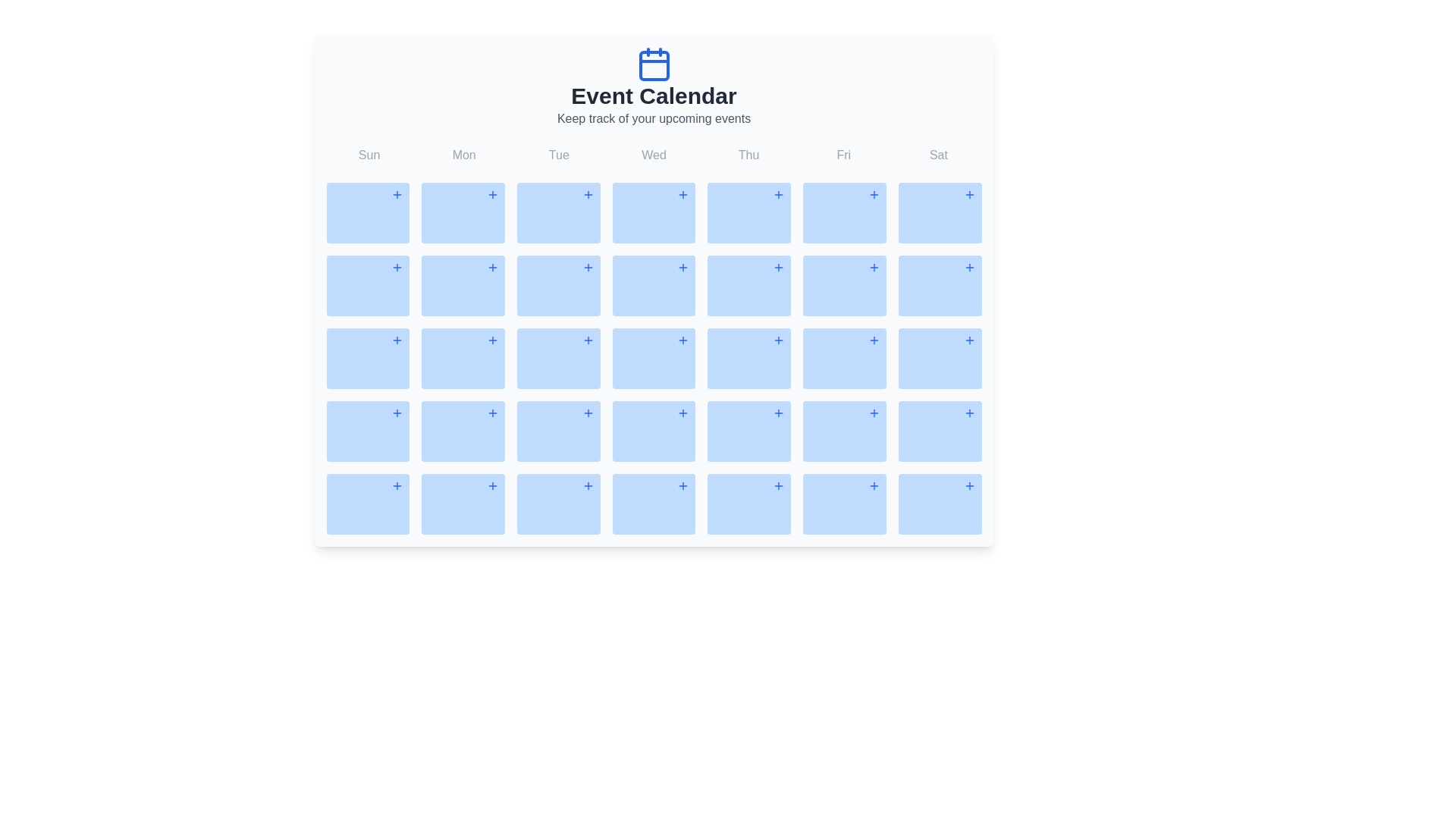 The width and height of the screenshot is (1456, 819). I want to click on the small, blue, plus-shaped icon located in the top-right corner of the Saturday calendar day cell, so click(968, 194).